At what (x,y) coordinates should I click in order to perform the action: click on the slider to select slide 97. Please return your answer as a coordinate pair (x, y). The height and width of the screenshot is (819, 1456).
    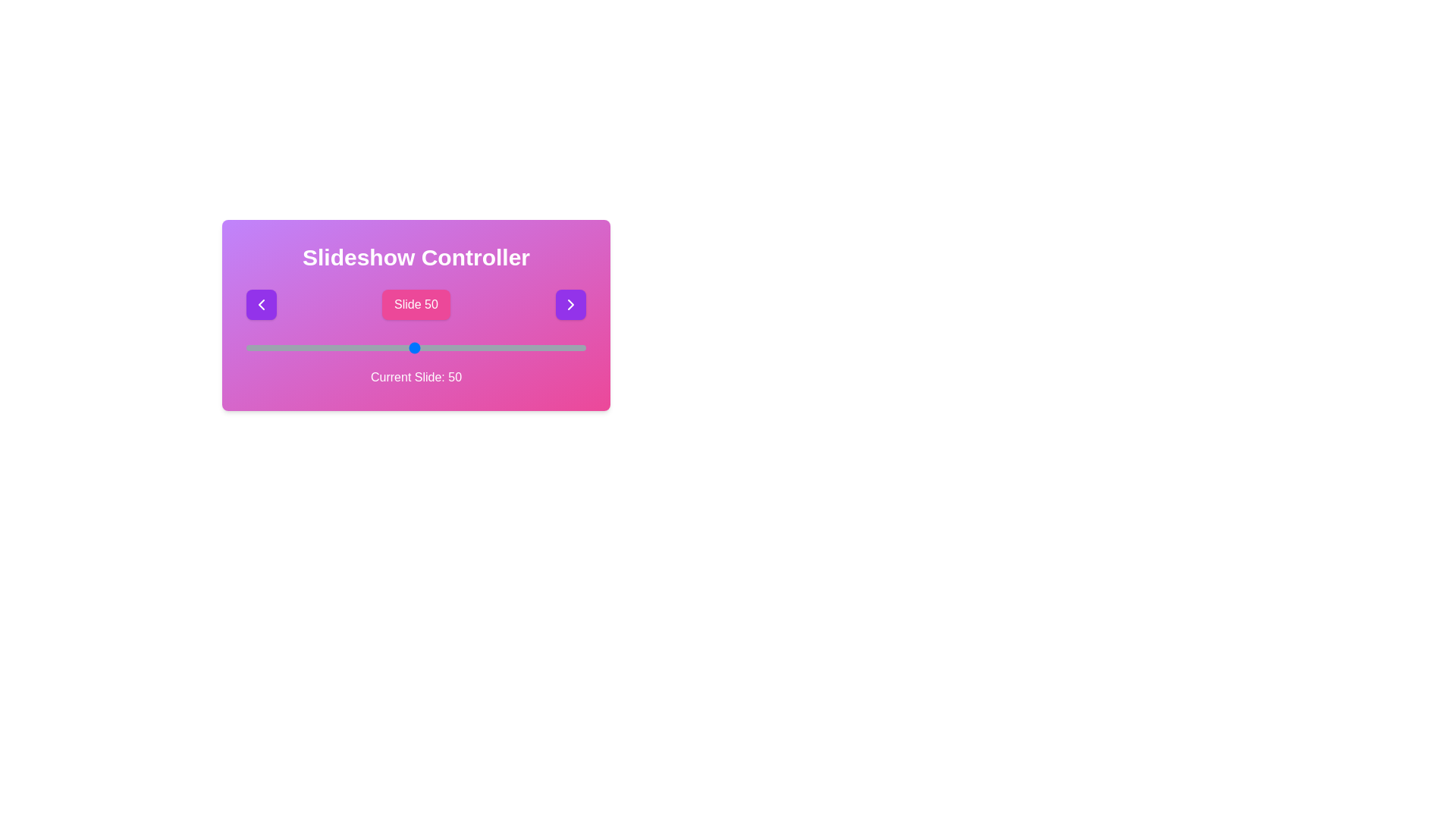
    Looking at the image, I should click on (575, 348).